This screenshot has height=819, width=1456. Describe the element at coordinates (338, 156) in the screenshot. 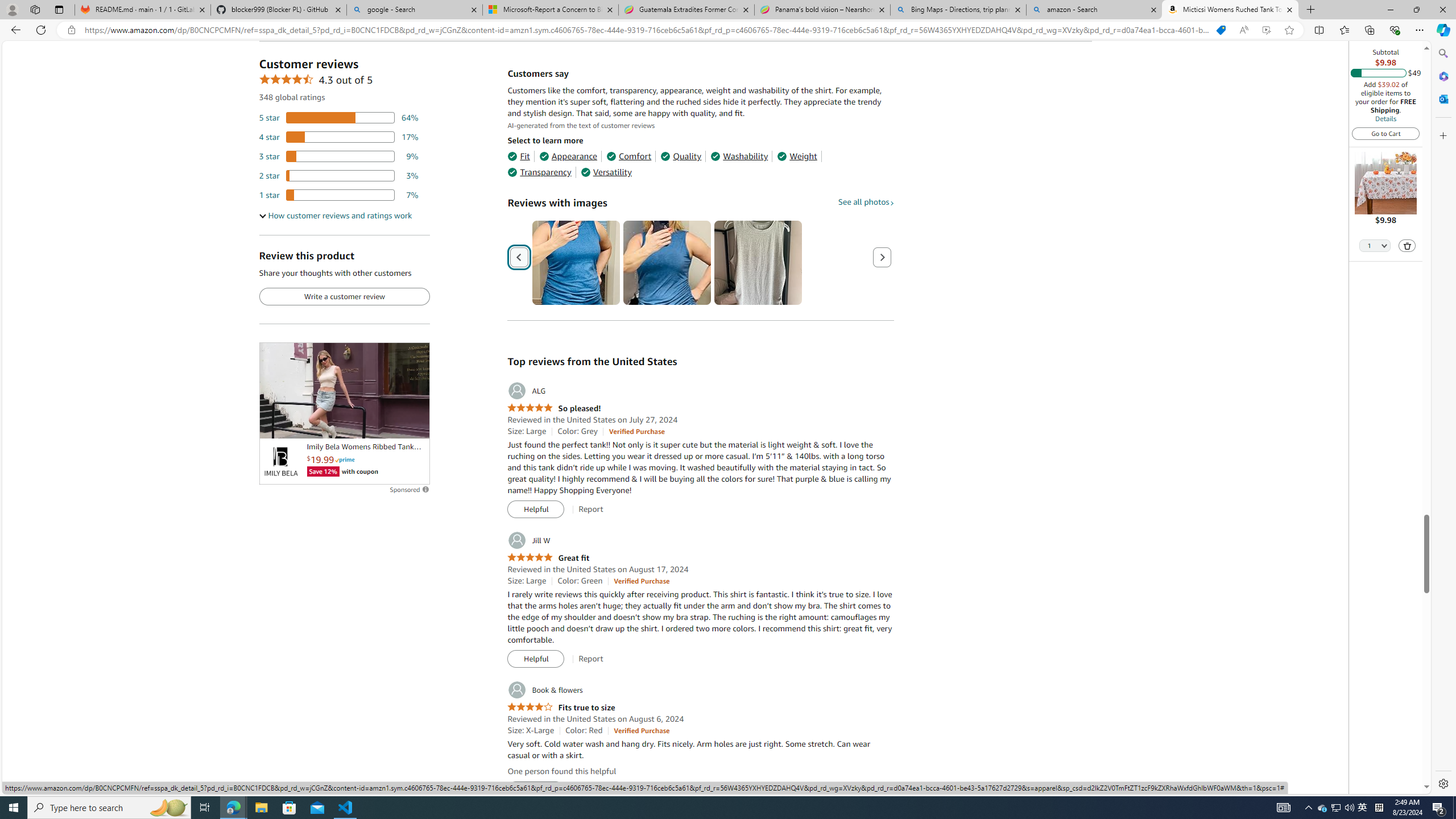

I see `'9 percent of reviews have 3 stars'` at that location.